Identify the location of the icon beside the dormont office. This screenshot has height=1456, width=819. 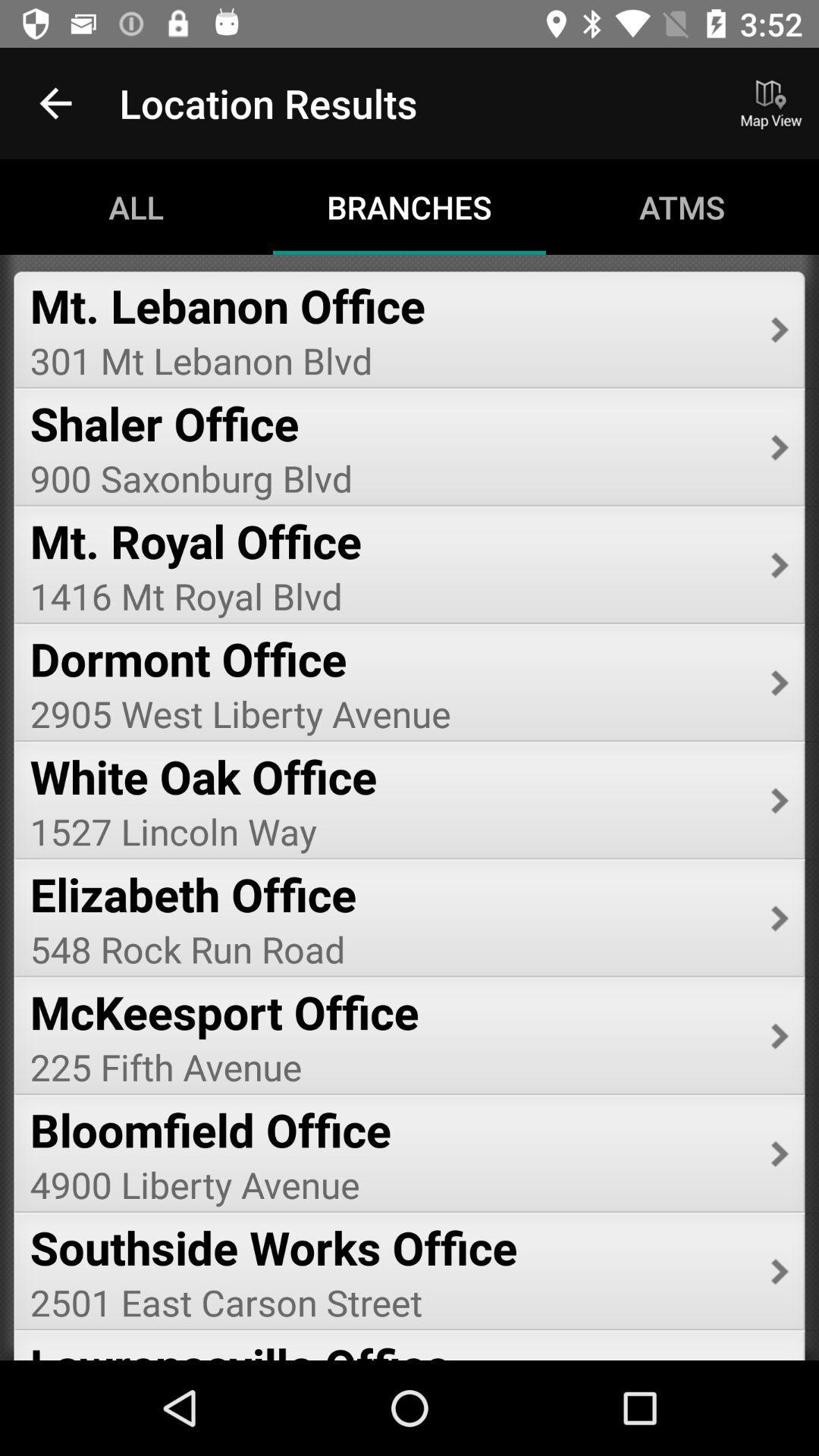
(780, 682).